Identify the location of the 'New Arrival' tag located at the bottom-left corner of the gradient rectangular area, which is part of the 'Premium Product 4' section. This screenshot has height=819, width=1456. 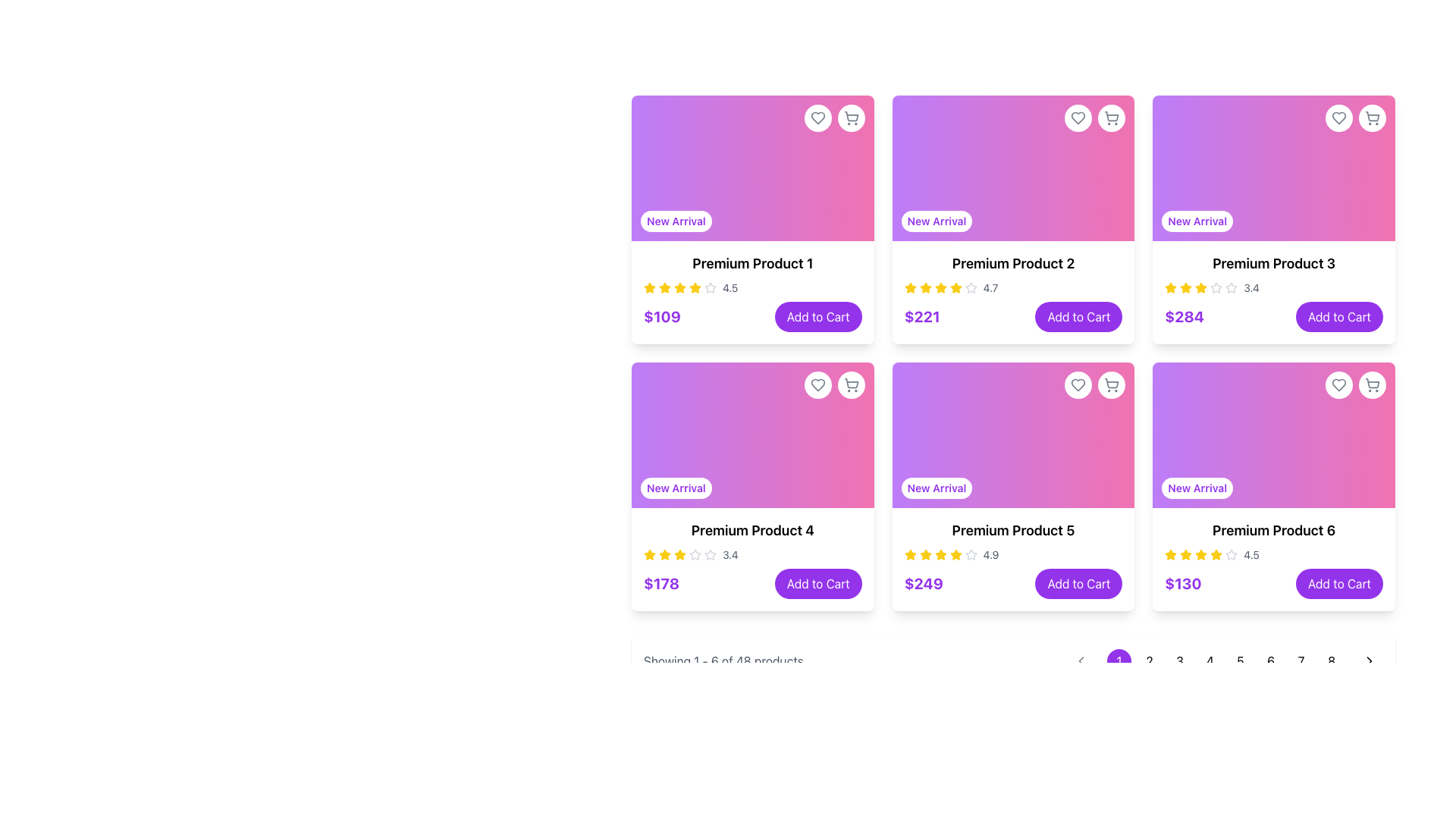
(752, 435).